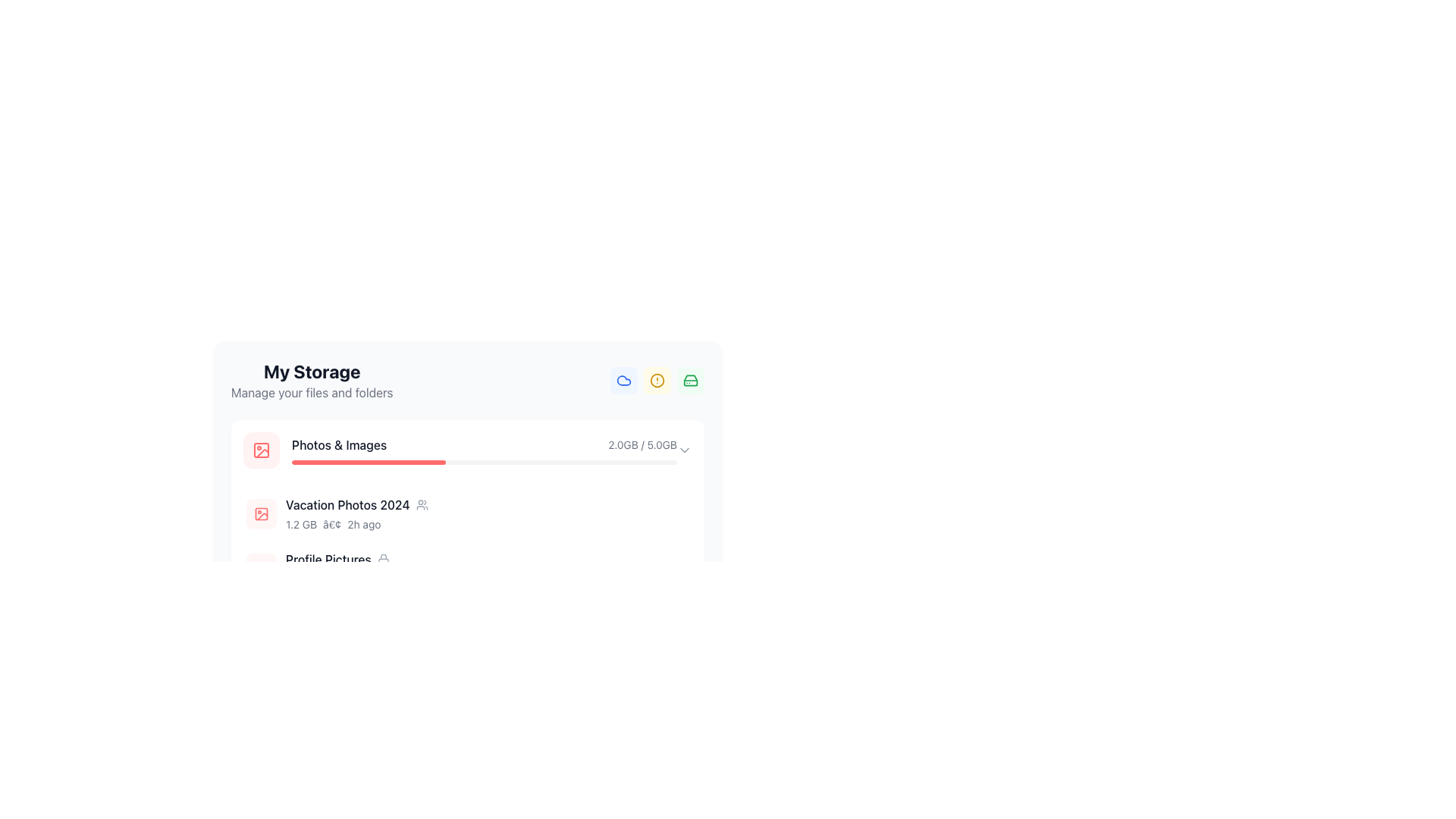 Image resolution: width=1456 pixels, height=819 pixels. What do you see at coordinates (311, 371) in the screenshot?
I see `text from the bold, large black text label stating 'My Storage', which is positioned above the subtitle 'Manage your files and folders'` at bounding box center [311, 371].